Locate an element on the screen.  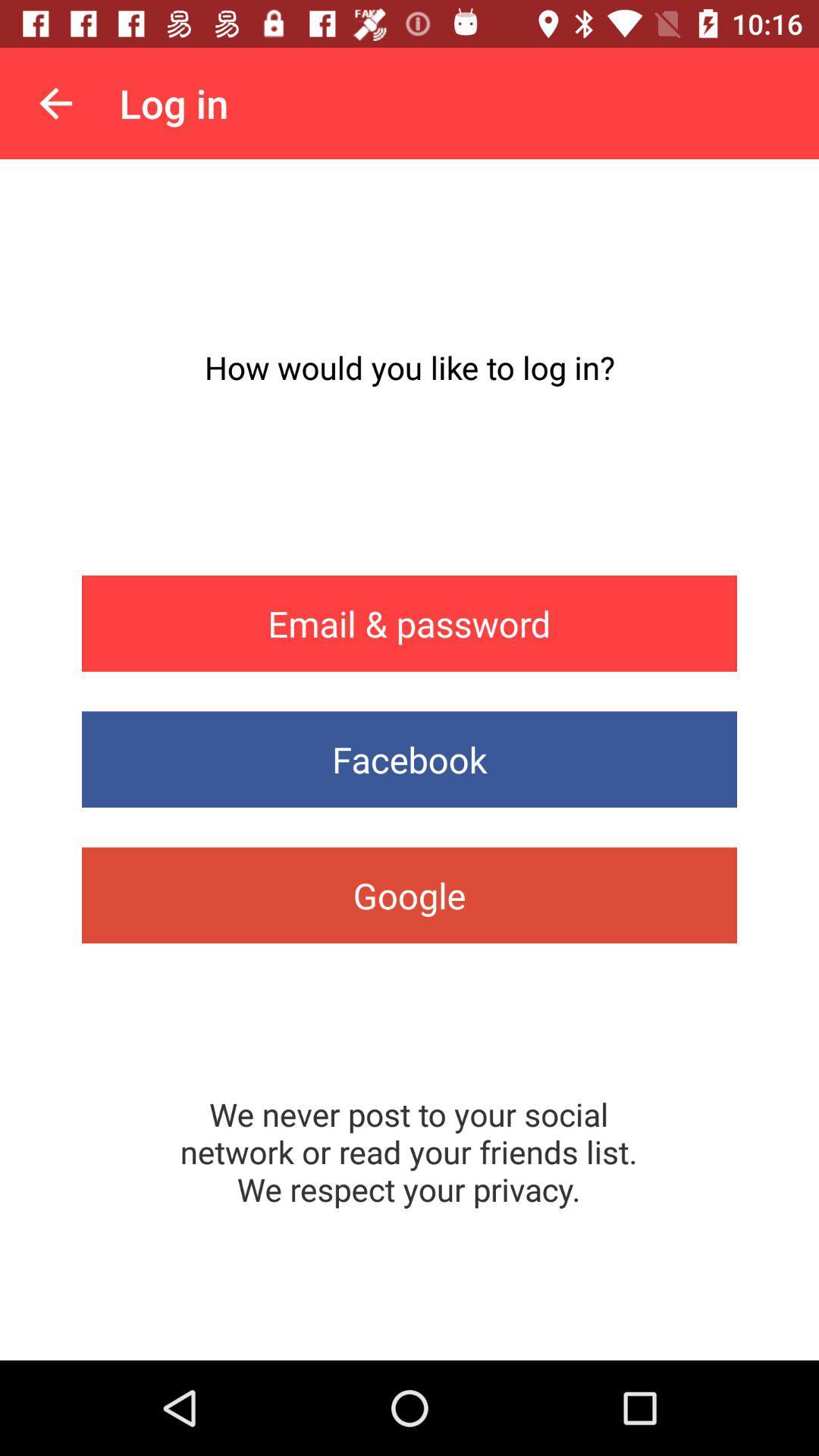
icon below the how would you item is located at coordinates (409, 623).